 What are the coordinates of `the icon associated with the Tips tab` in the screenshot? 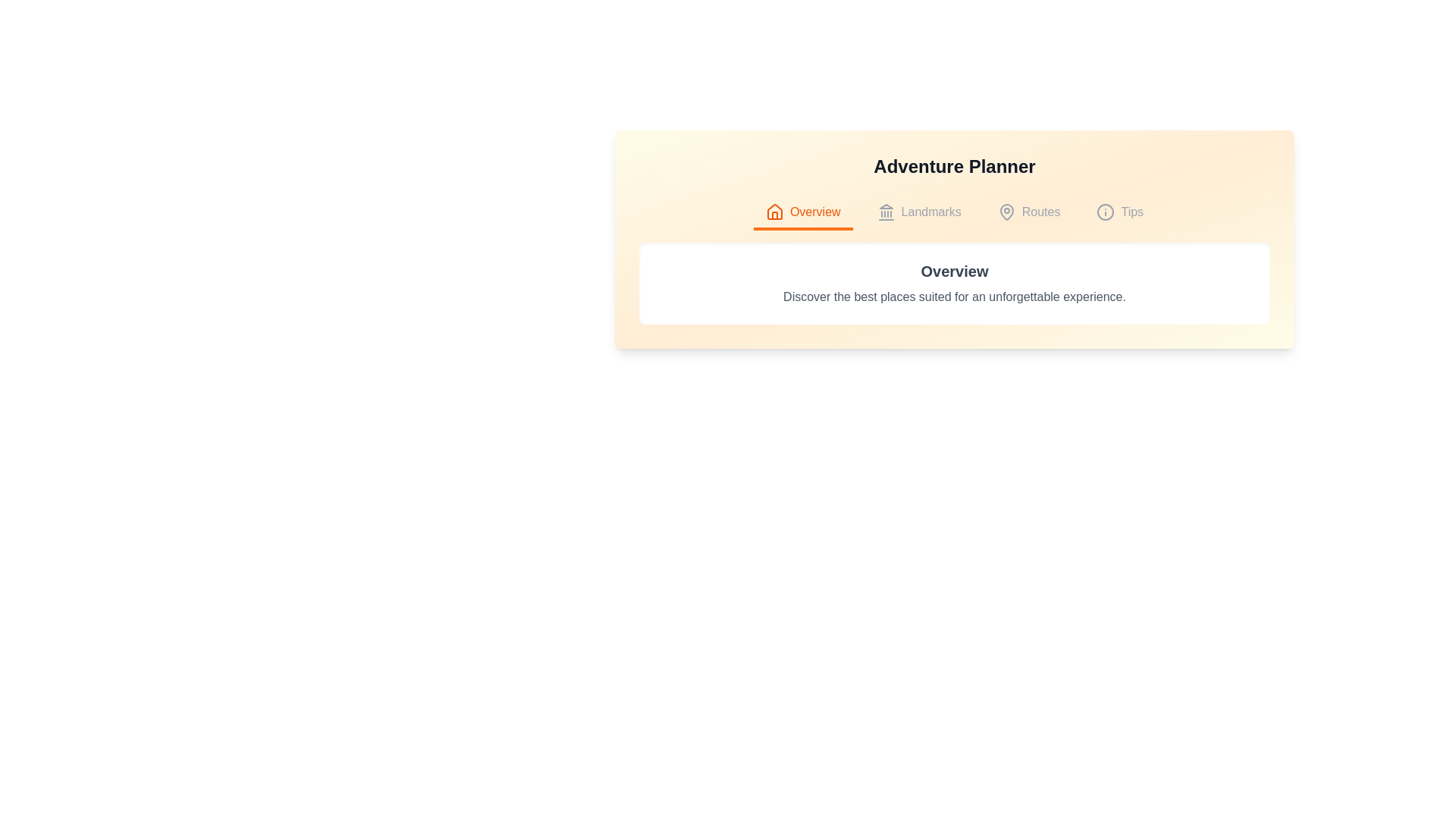 It's located at (1106, 212).